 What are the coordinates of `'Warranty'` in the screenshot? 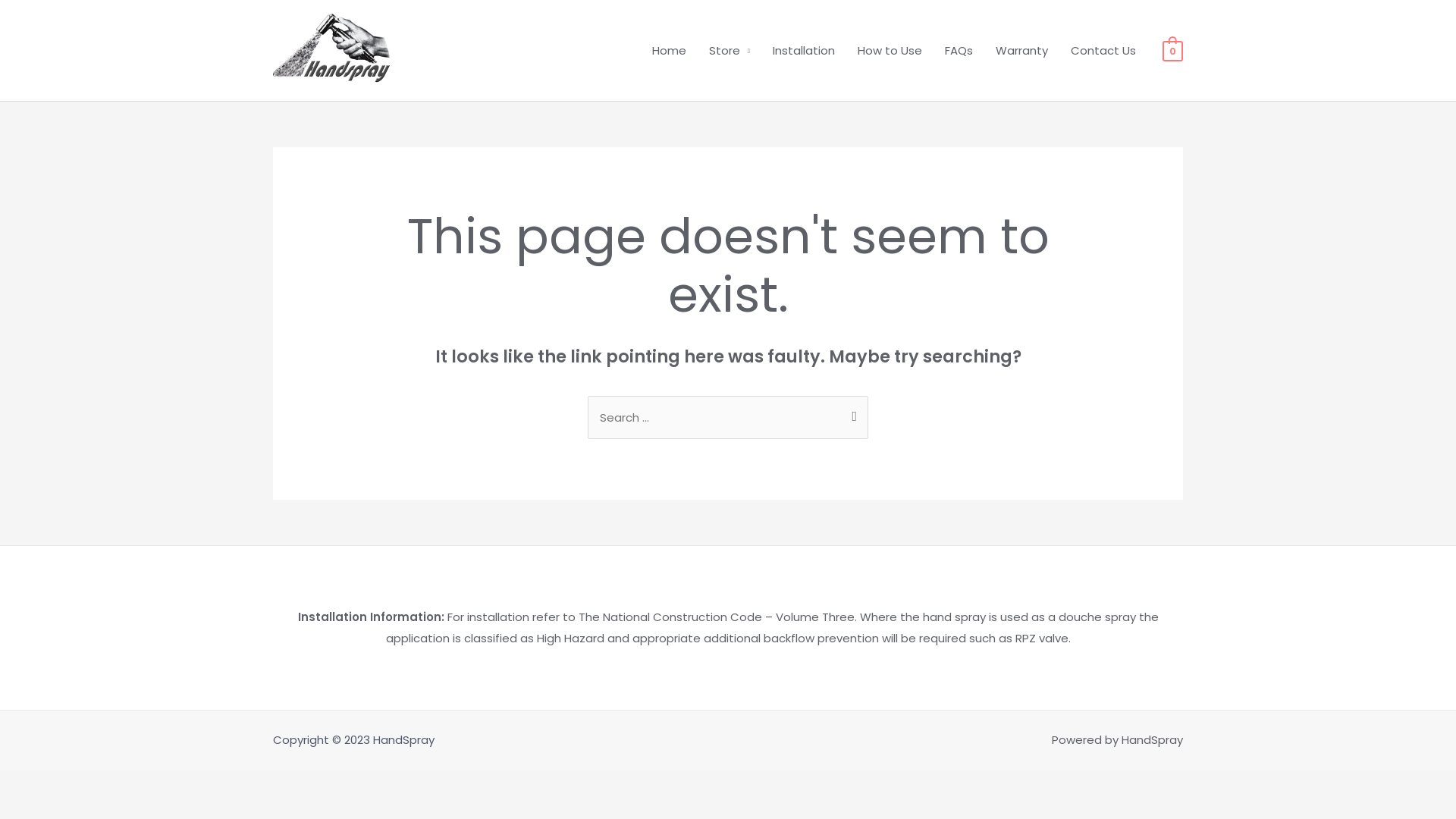 It's located at (1021, 49).